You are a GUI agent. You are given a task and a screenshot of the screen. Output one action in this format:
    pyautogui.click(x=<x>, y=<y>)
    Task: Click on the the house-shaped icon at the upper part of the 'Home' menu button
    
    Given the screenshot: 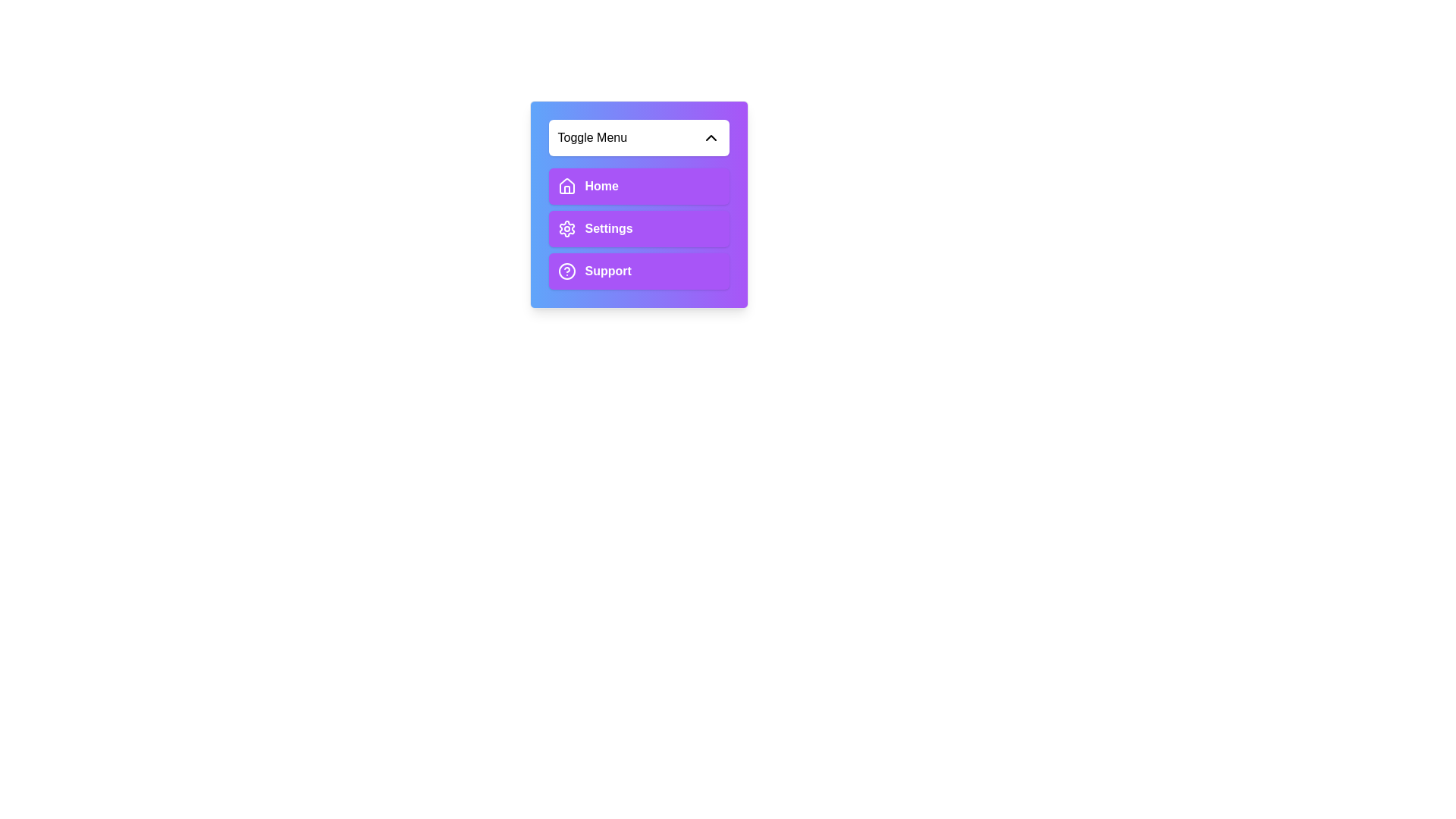 What is the action you would take?
    pyautogui.click(x=566, y=185)
    